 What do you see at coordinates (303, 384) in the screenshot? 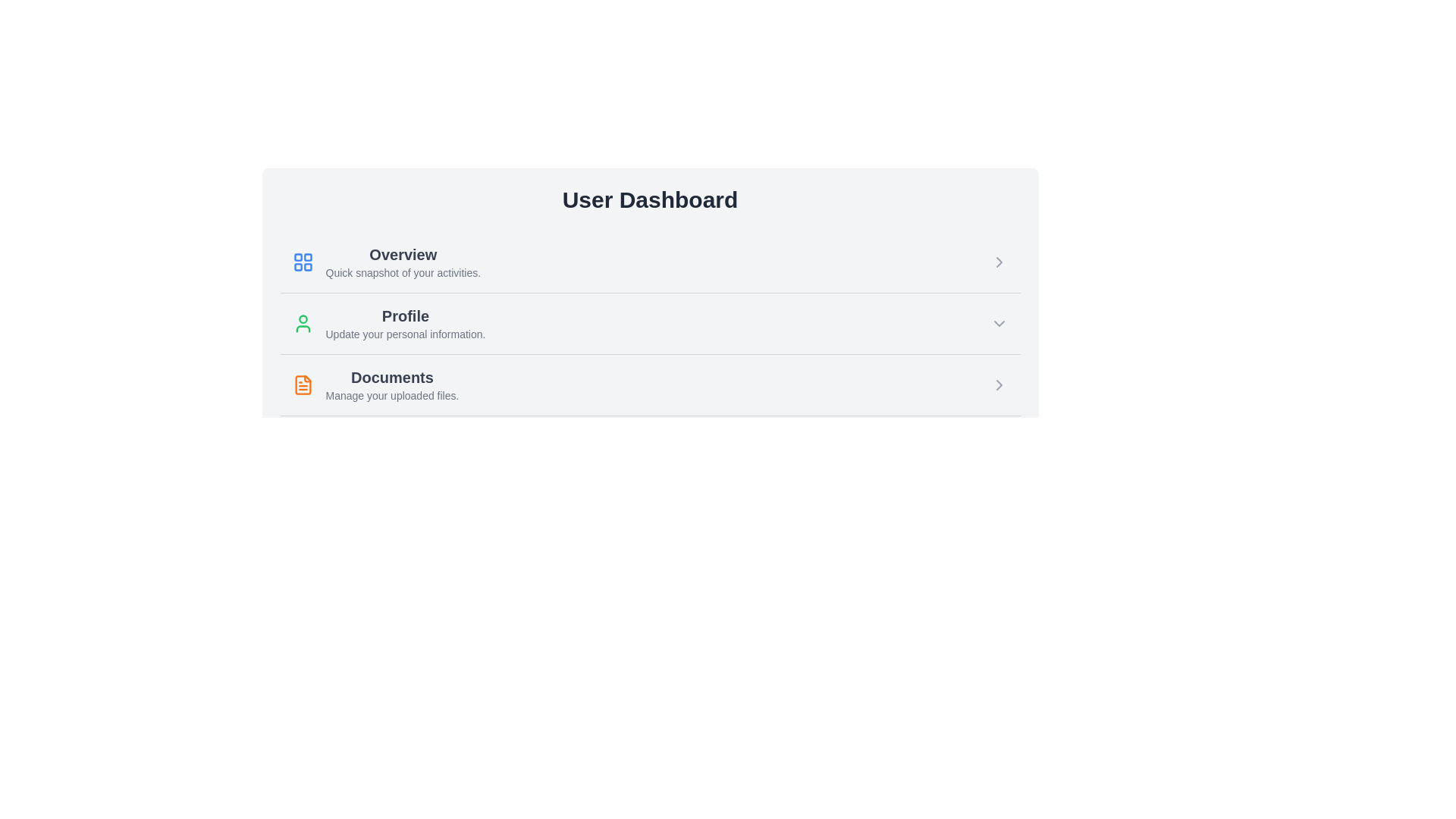
I see `the orange document icon that is located to the left of the 'Documents' label, which is the third icon from the top in a vertical list` at bounding box center [303, 384].